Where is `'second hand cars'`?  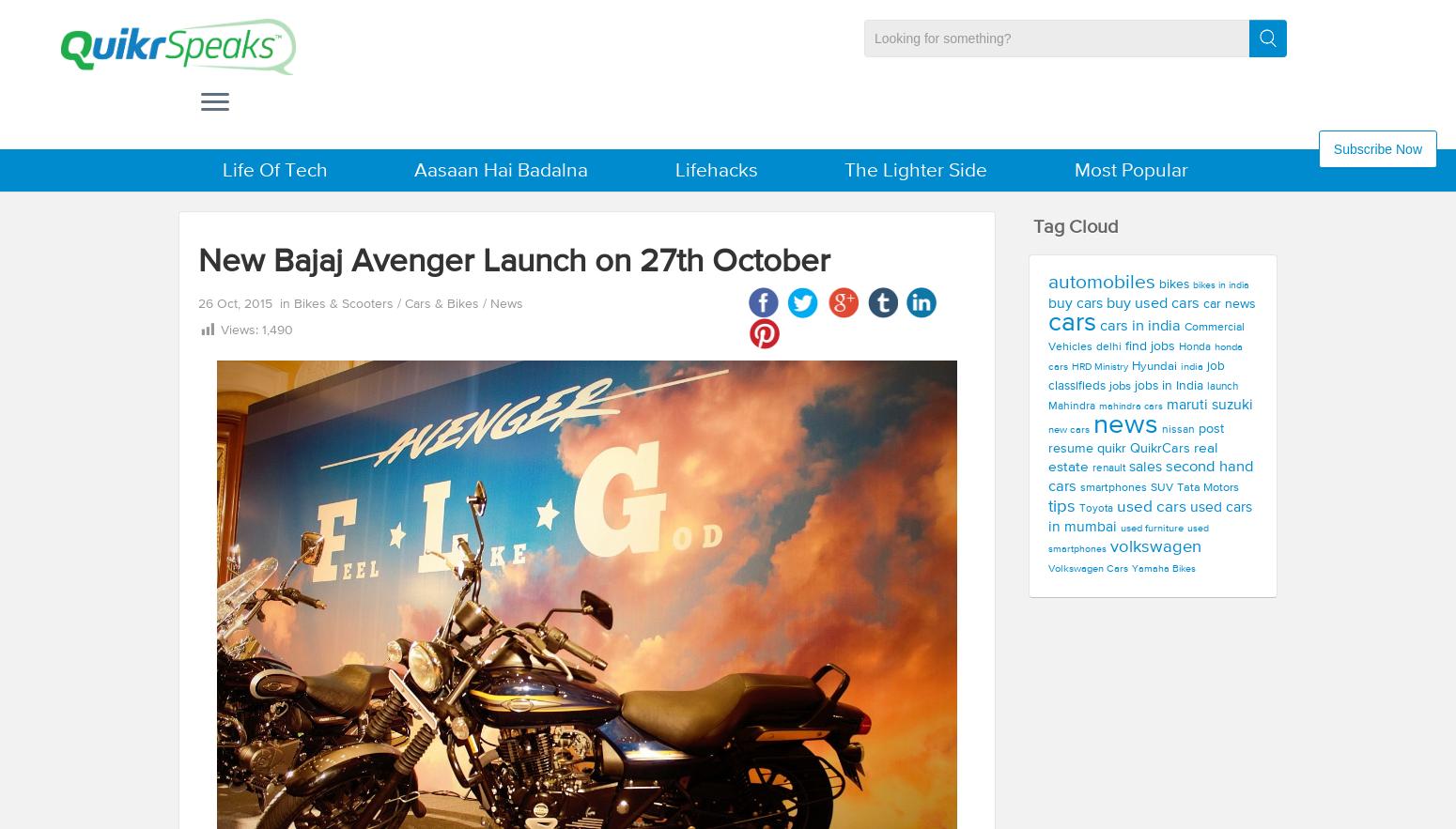 'second hand cars' is located at coordinates (1151, 476).